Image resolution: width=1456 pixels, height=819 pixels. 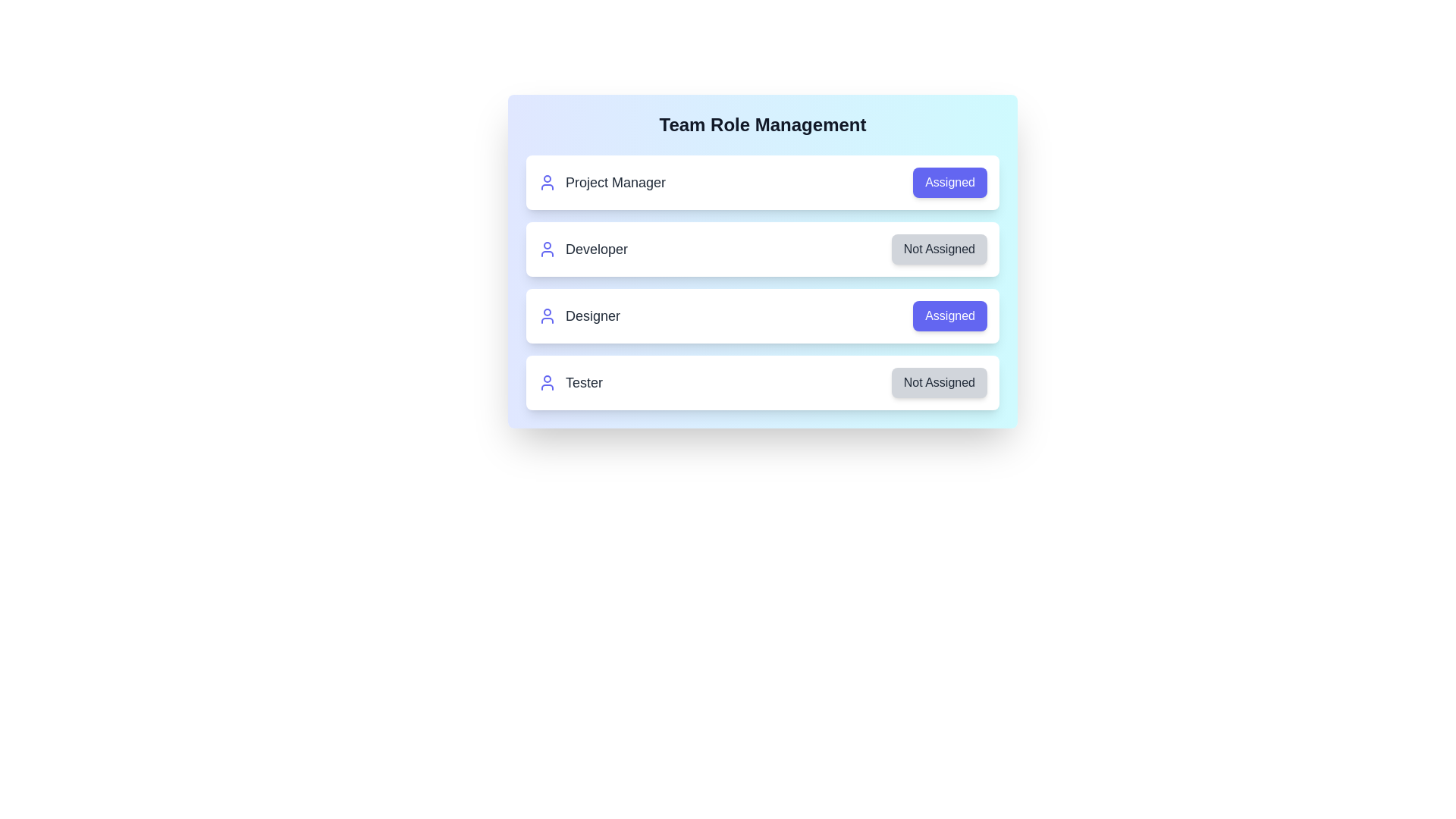 I want to click on the button to toggle the role assignment status for Project Manager, so click(x=949, y=181).